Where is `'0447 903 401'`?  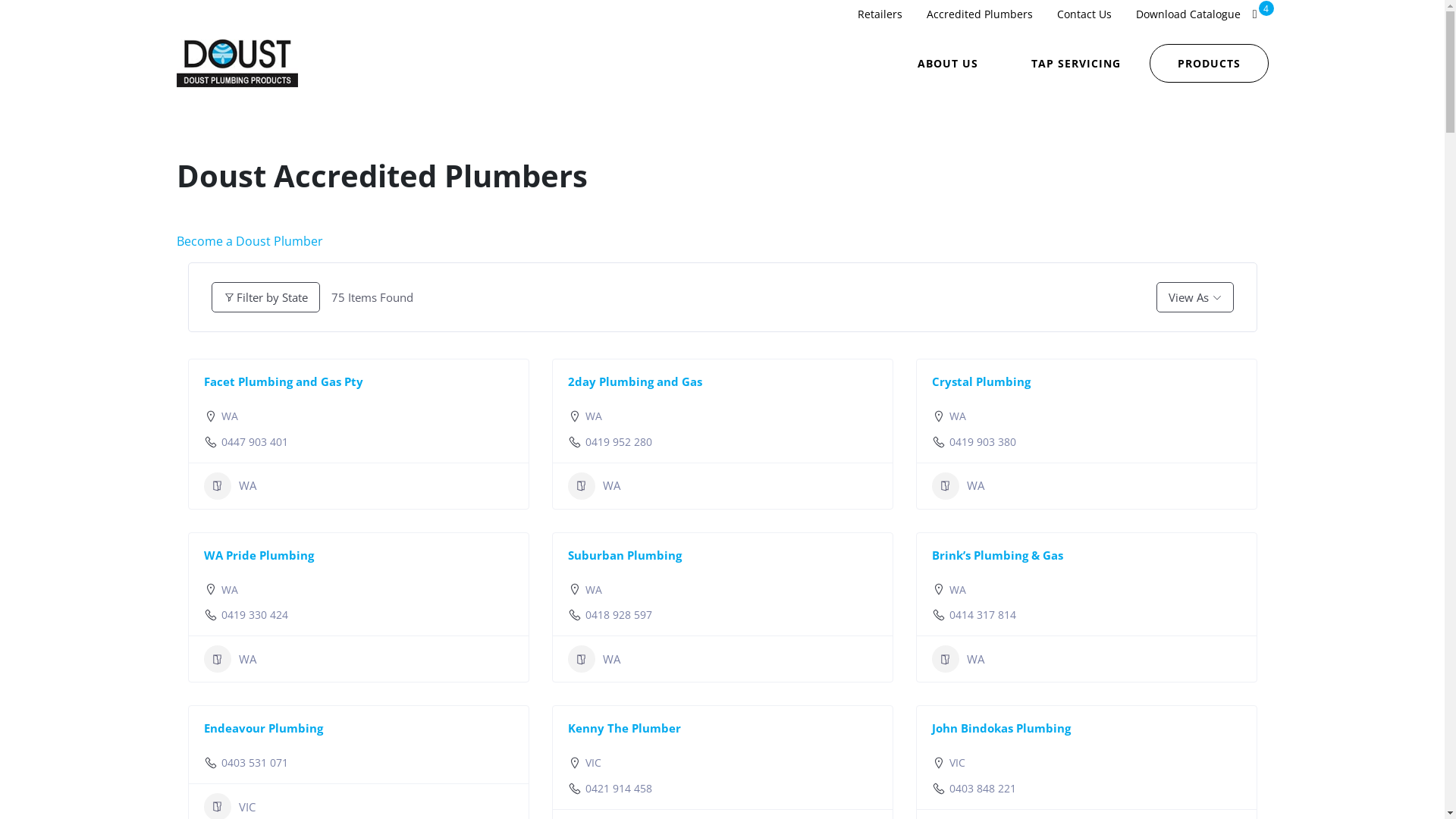 '0447 903 401' is located at coordinates (255, 441).